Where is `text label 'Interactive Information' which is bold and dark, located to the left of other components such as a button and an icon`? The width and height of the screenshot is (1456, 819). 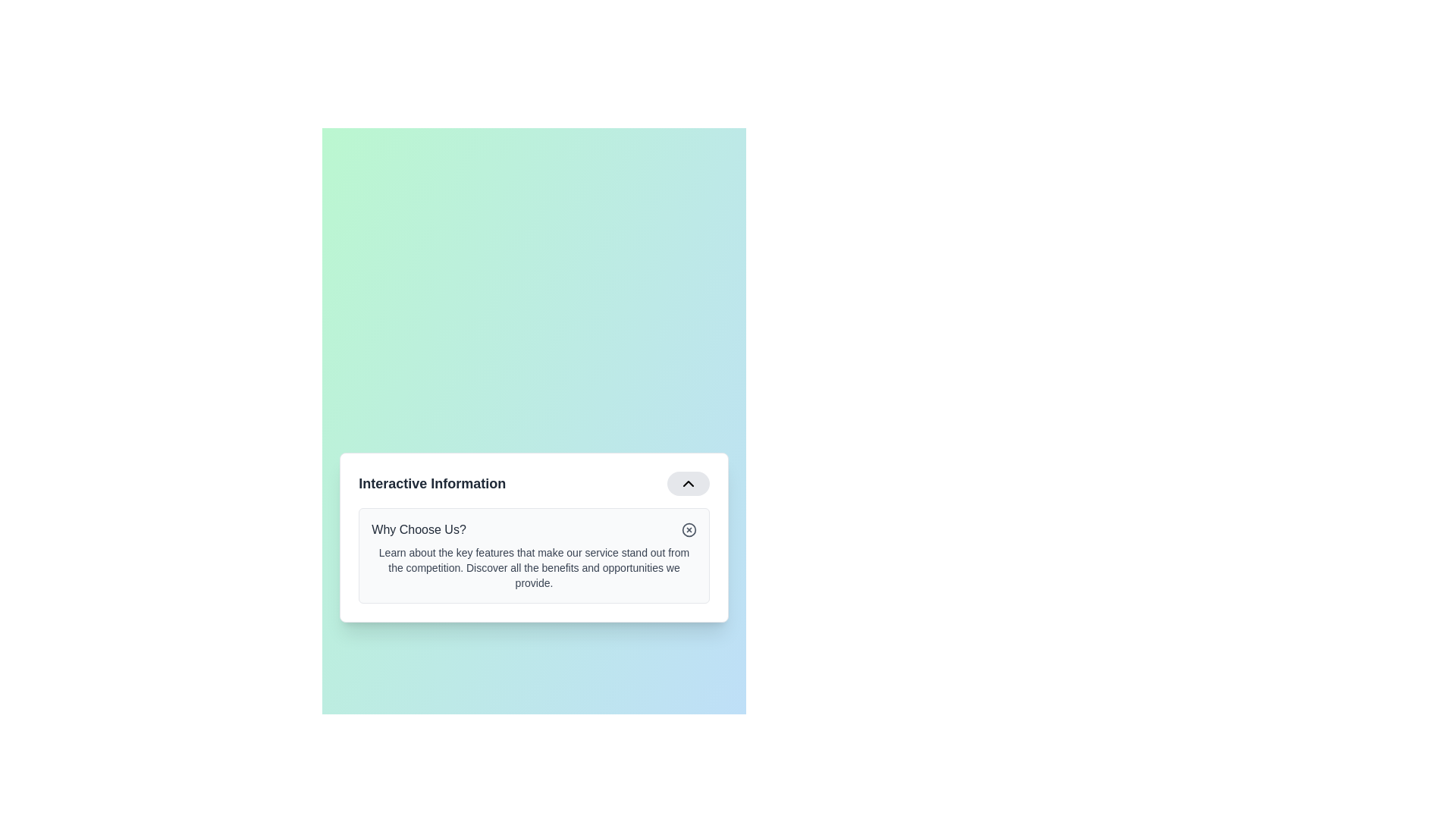 text label 'Interactive Information' which is bold and dark, located to the left of other components such as a button and an icon is located at coordinates (431, 483).